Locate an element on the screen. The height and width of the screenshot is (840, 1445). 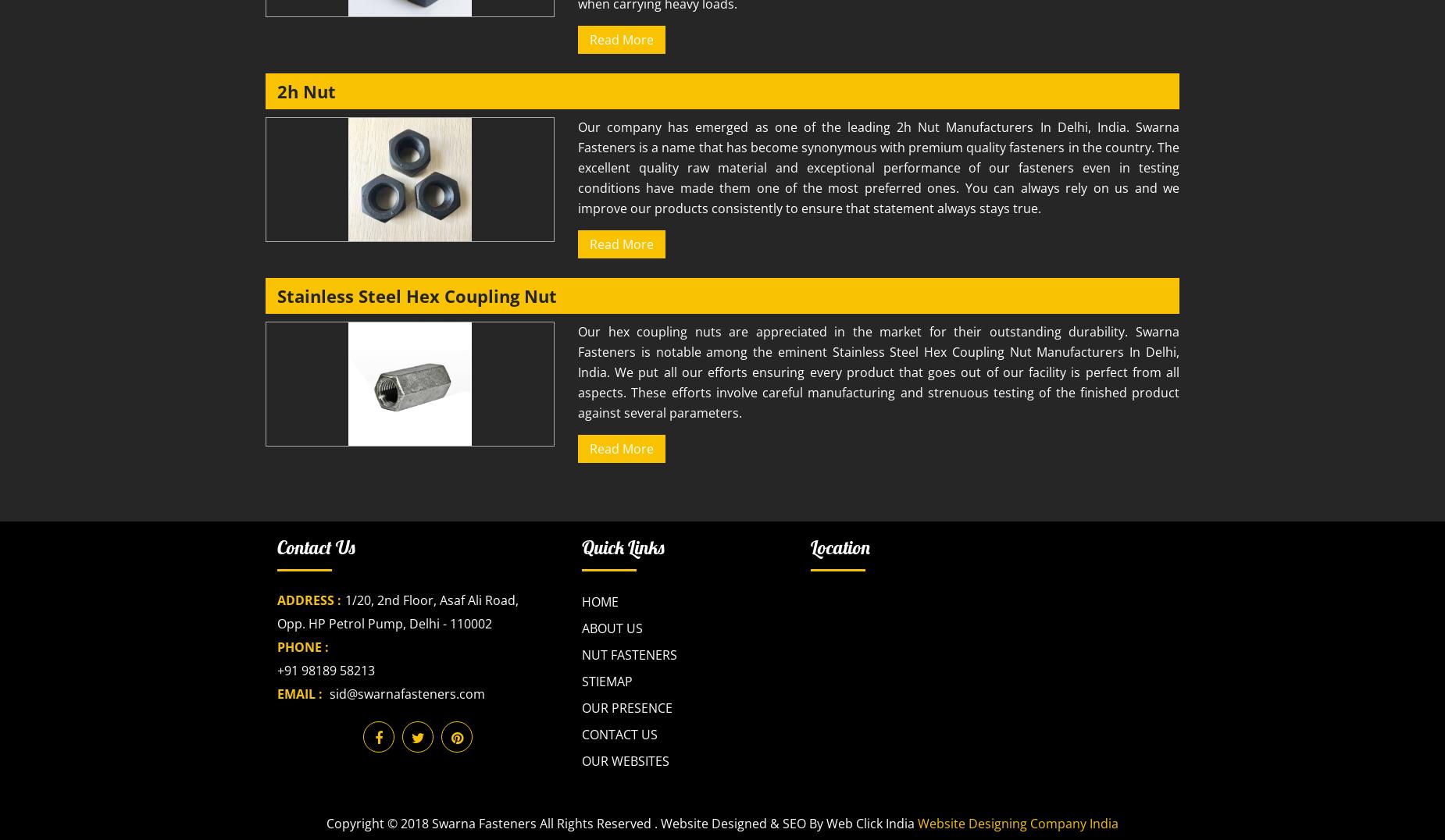
'Our company has emerged as one of the leading 2h Nut Manufacturers In Delhi, India. Swarna Fasteners is a name that has become synonymous with premium quality fasteners in the country. The excellent quality raw material and exceptional performance of our fasteners even in testing conditions have made them one of the most preferred ones. You can always rely on us and we improve our products consistently to ensure that statement always stays true.' is located at coordinates (877, 166).